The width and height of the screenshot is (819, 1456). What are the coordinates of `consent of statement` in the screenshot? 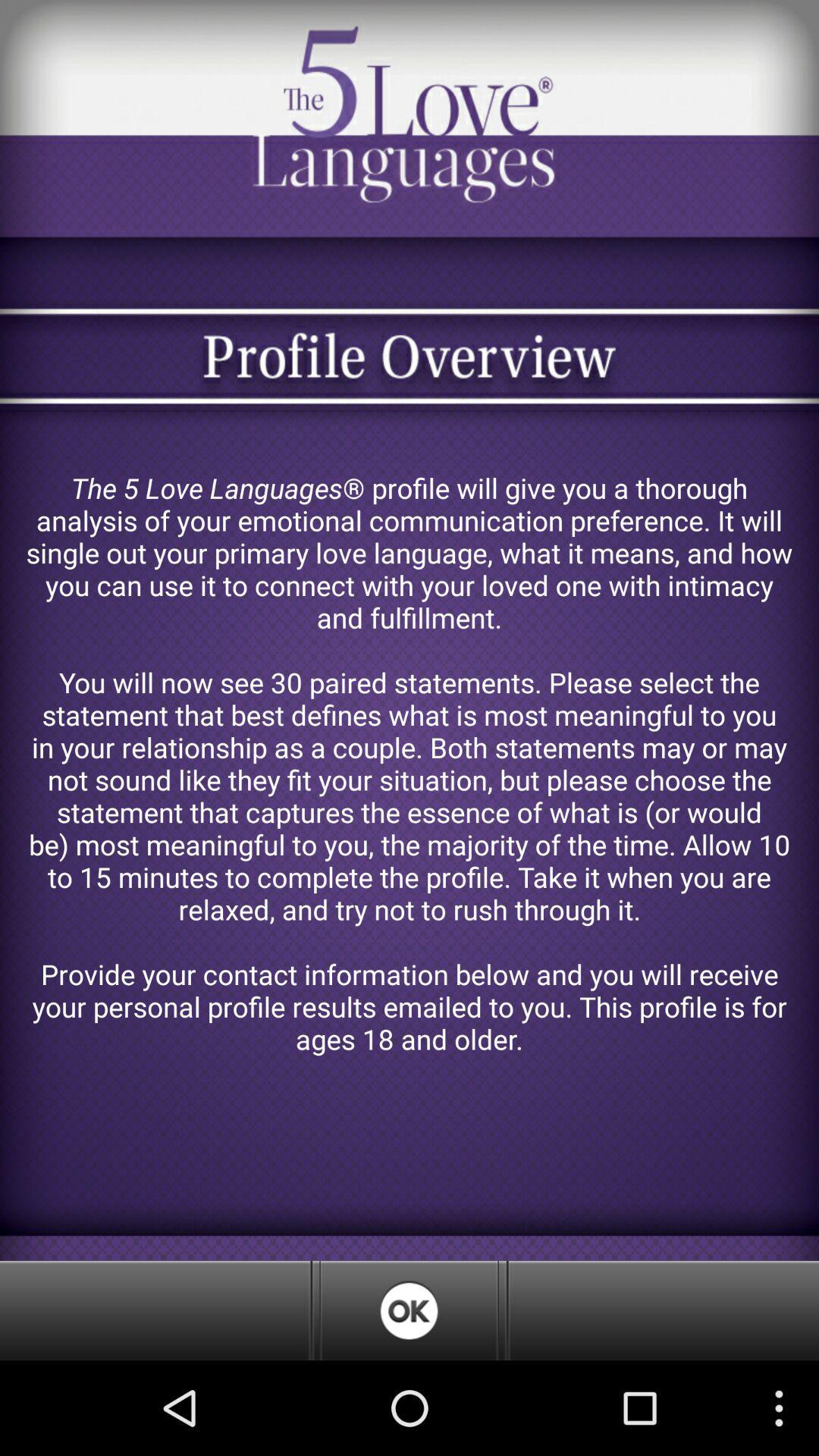 It's located at (408, 1310).